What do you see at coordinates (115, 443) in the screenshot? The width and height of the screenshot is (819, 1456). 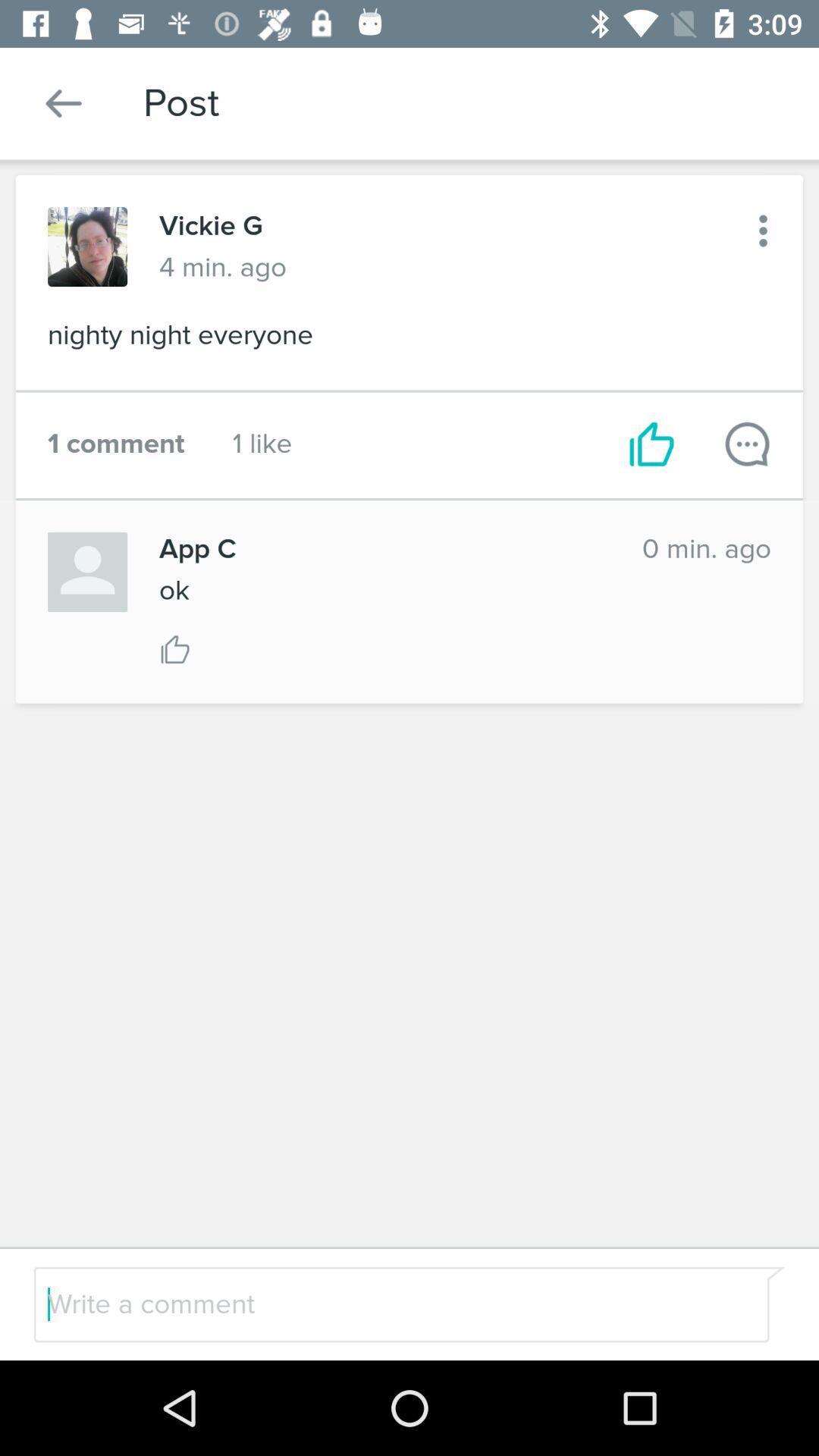 I see `the icon to the left of 1 like` at bounding box center [115, 443].